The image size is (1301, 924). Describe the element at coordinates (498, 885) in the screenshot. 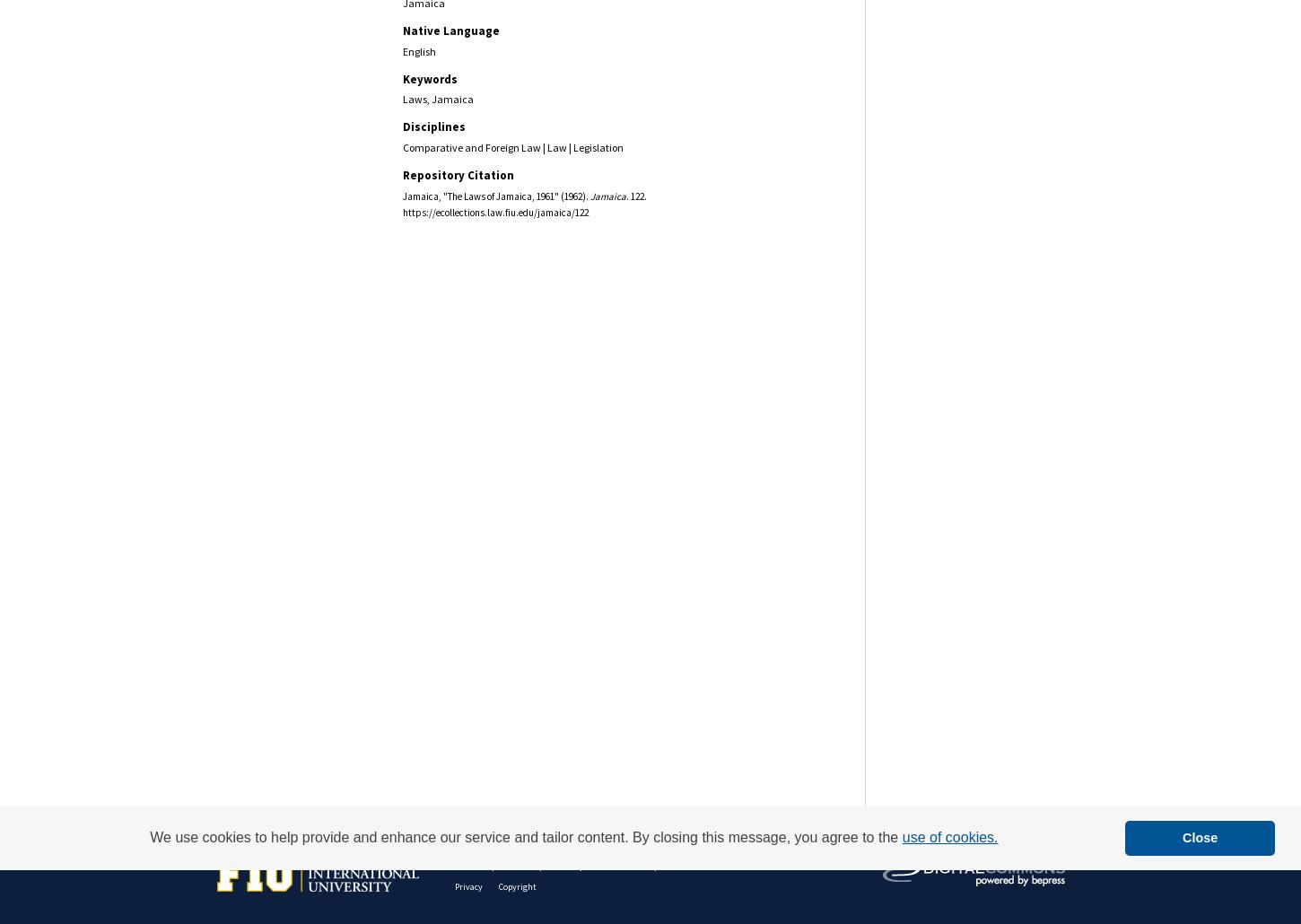

I see `'Copyright'` at that location.